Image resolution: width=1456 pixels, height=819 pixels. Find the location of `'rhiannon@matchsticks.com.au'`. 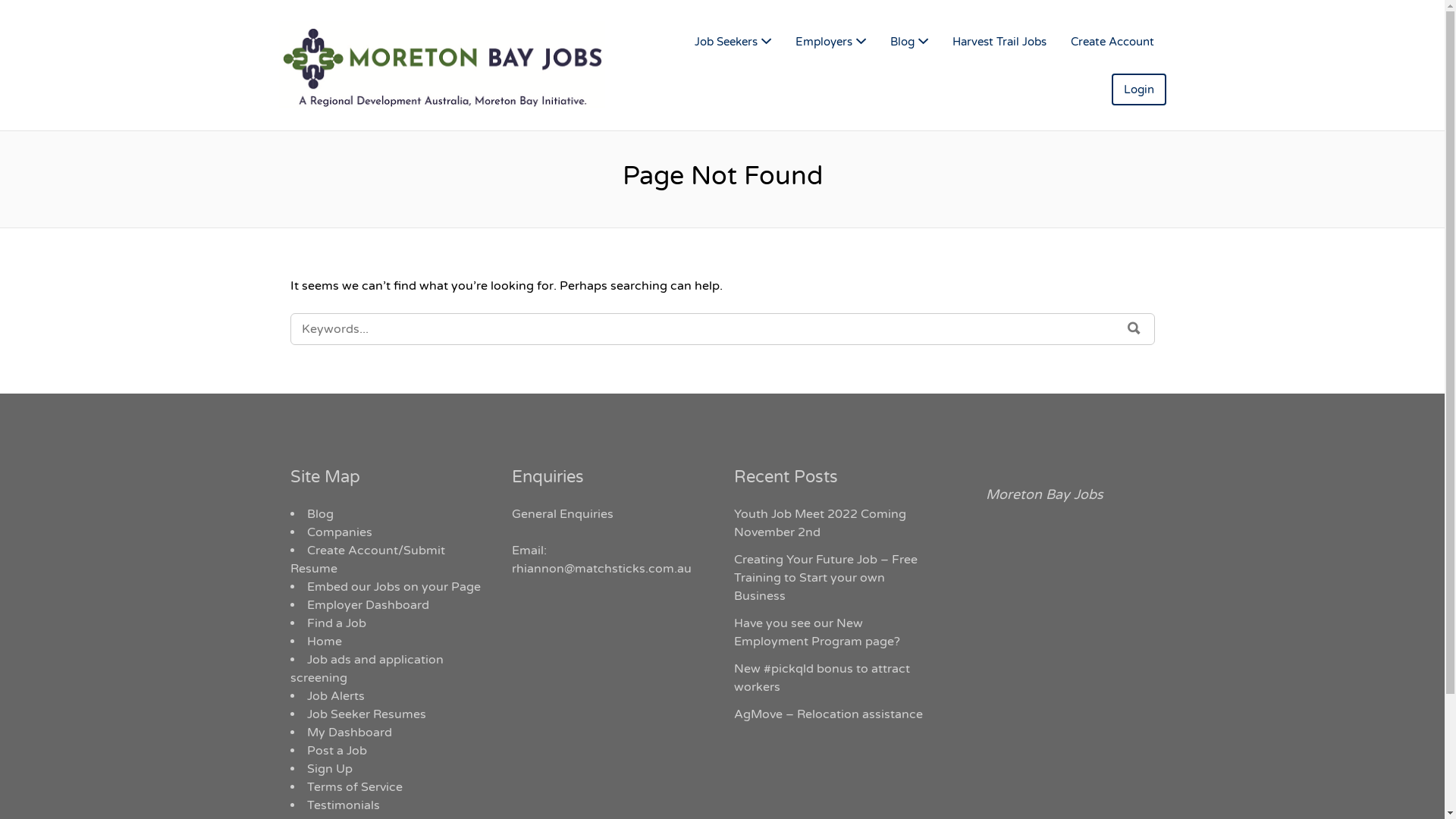

'rhiannon@matchsticks.com.au' is located at coordinates (512, 568).